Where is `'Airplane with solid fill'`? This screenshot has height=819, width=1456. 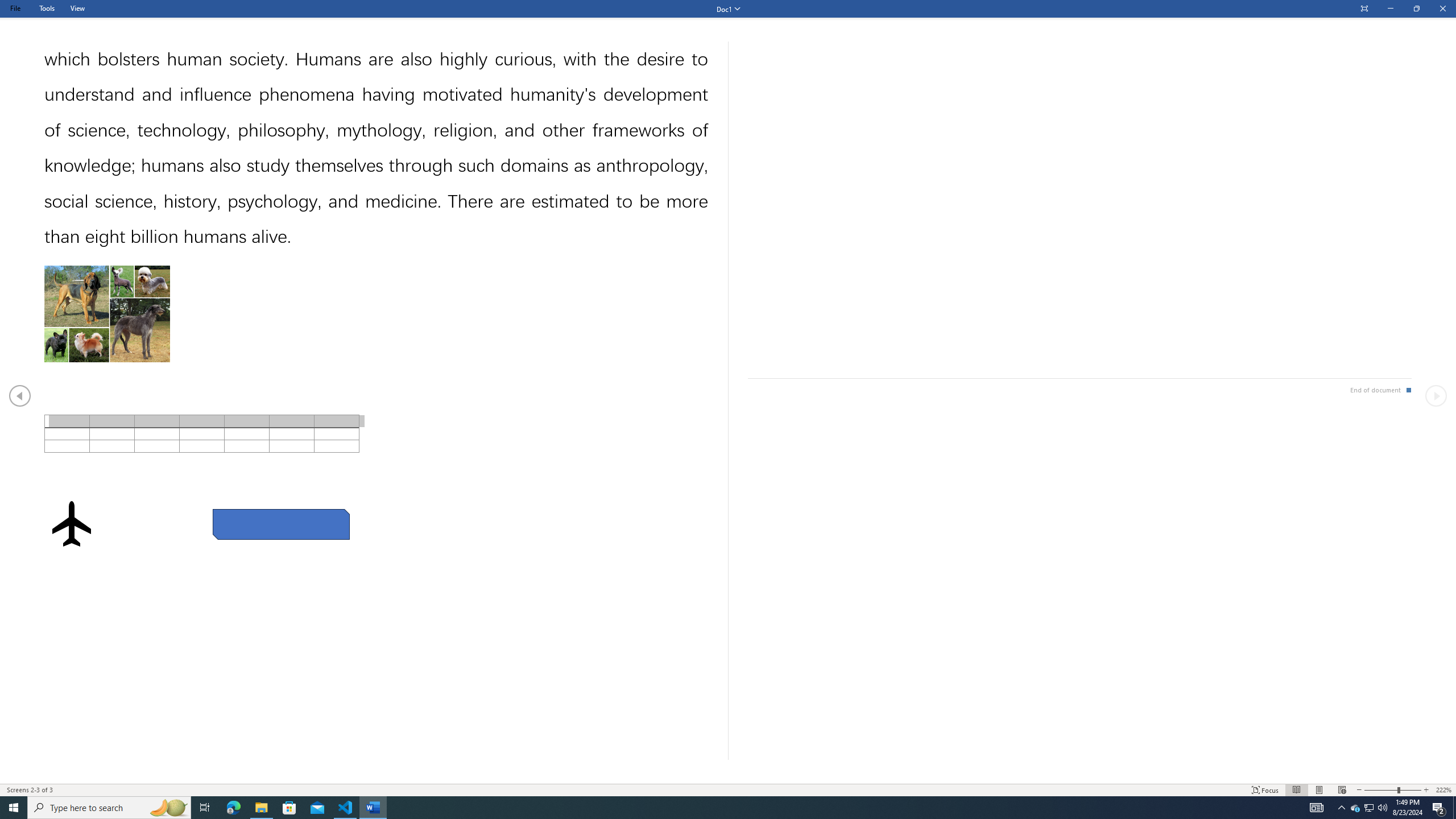 'Airplane with solid fill' is located at coordinates (71, 523).